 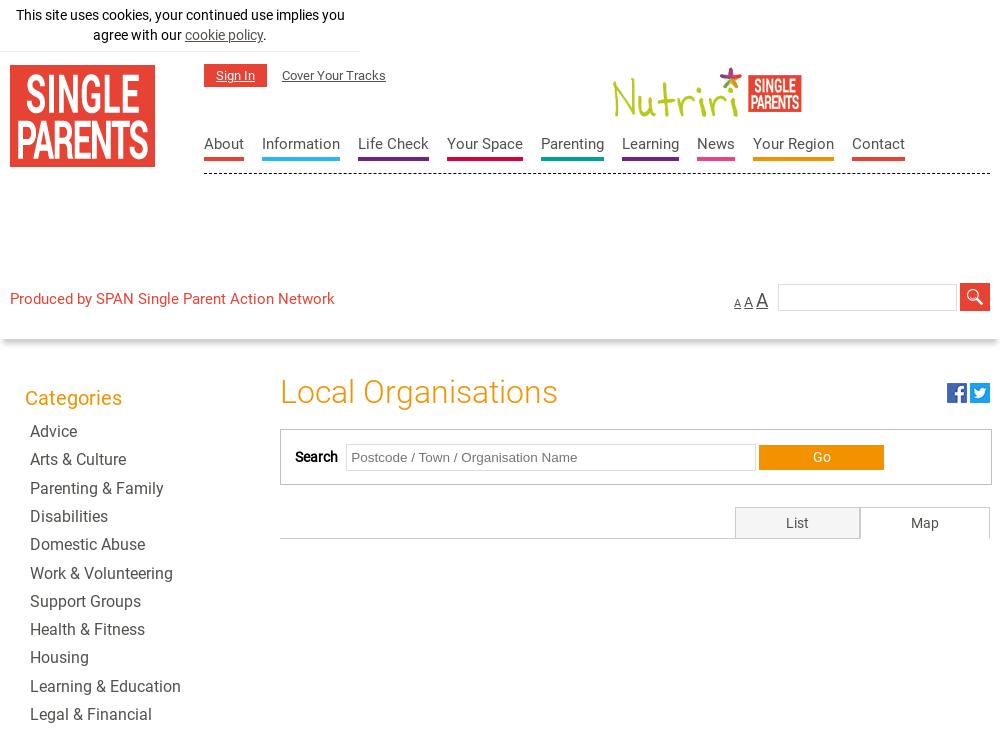 I want to click on 'News', so click(x=696, y=144).